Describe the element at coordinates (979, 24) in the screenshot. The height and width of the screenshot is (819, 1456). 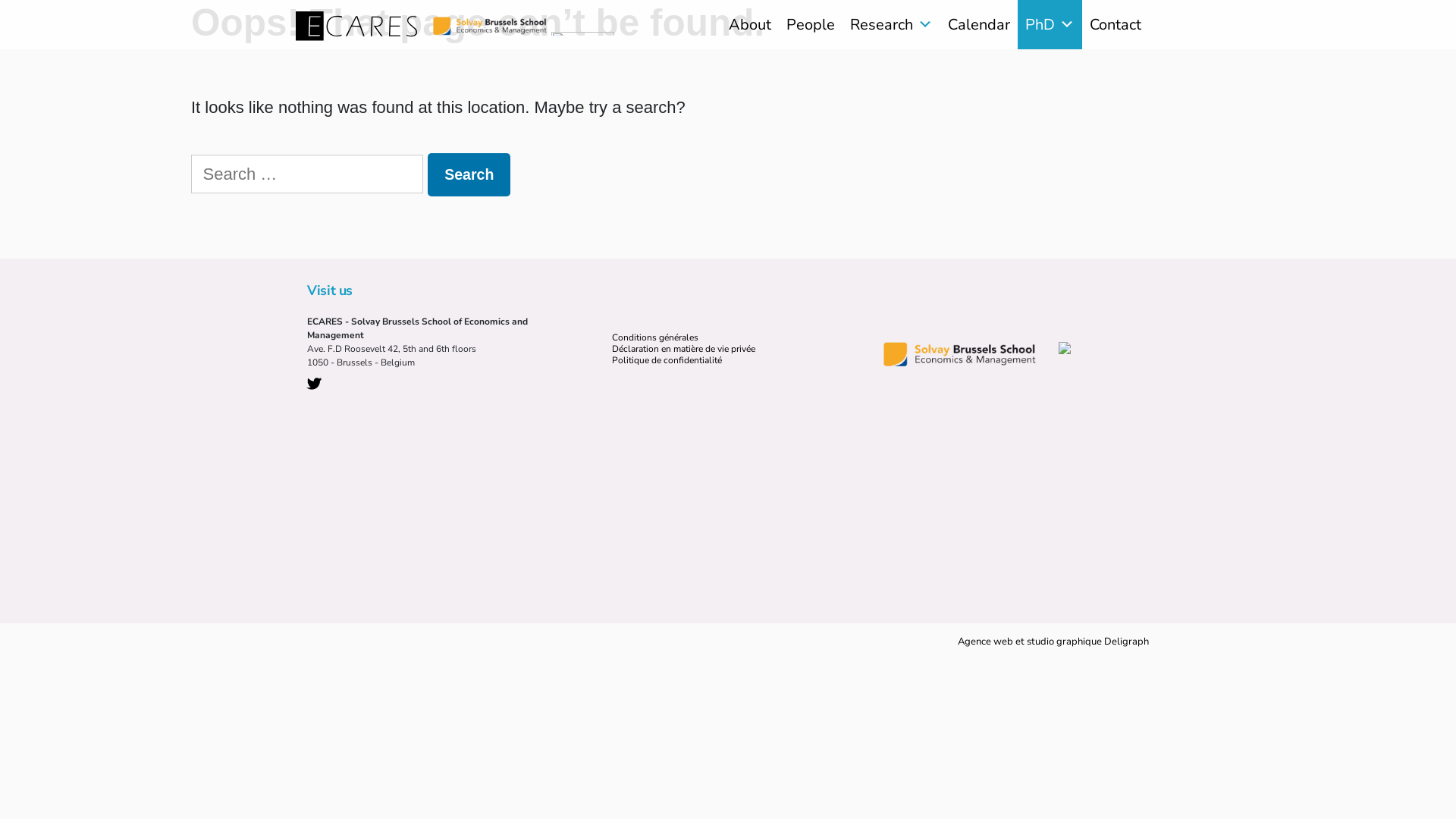
I see `'Calendar'` at that location.